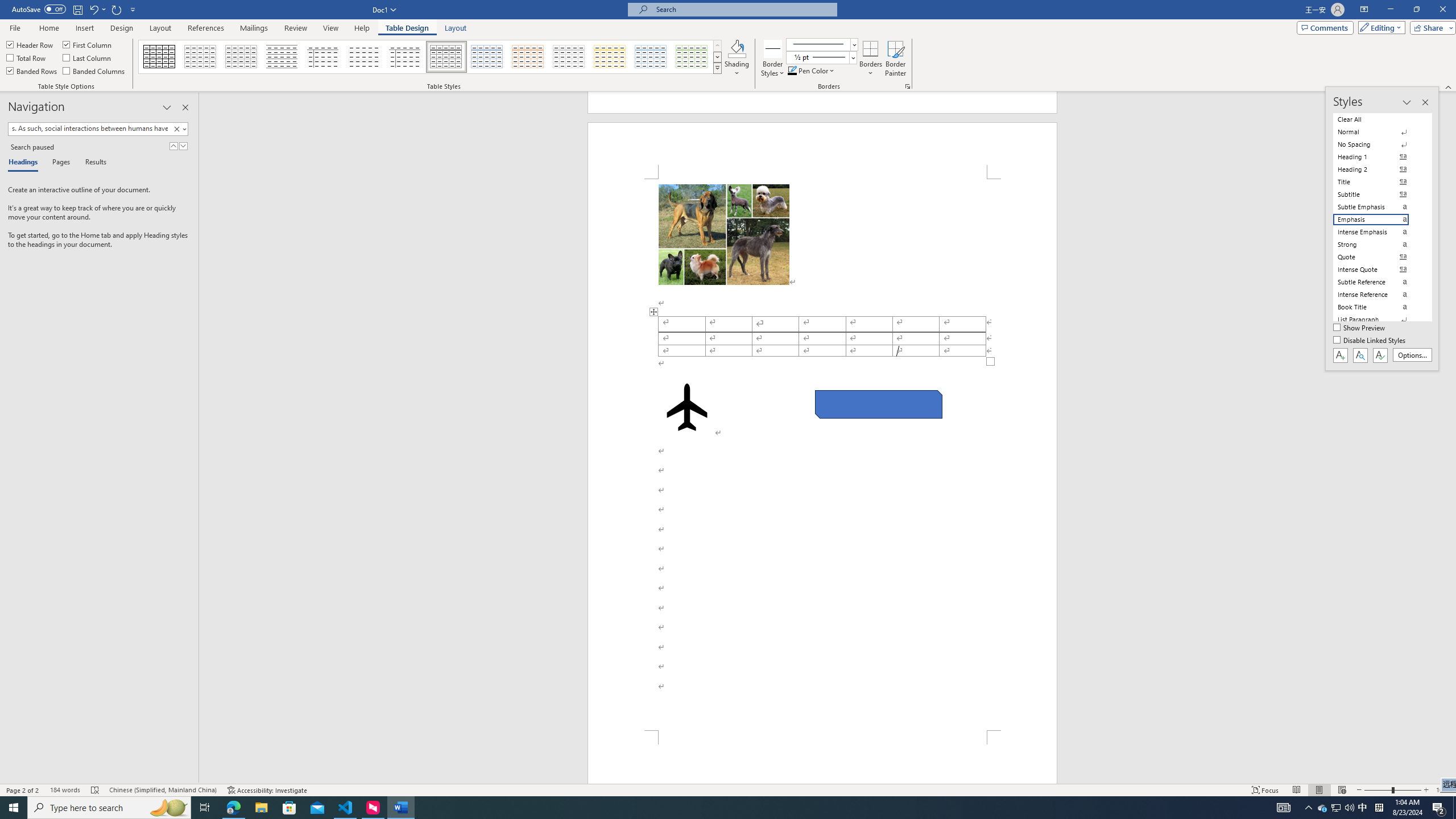  I want to click on 'Pen Color RGB(0, 0, 0)', so click(791, 69).